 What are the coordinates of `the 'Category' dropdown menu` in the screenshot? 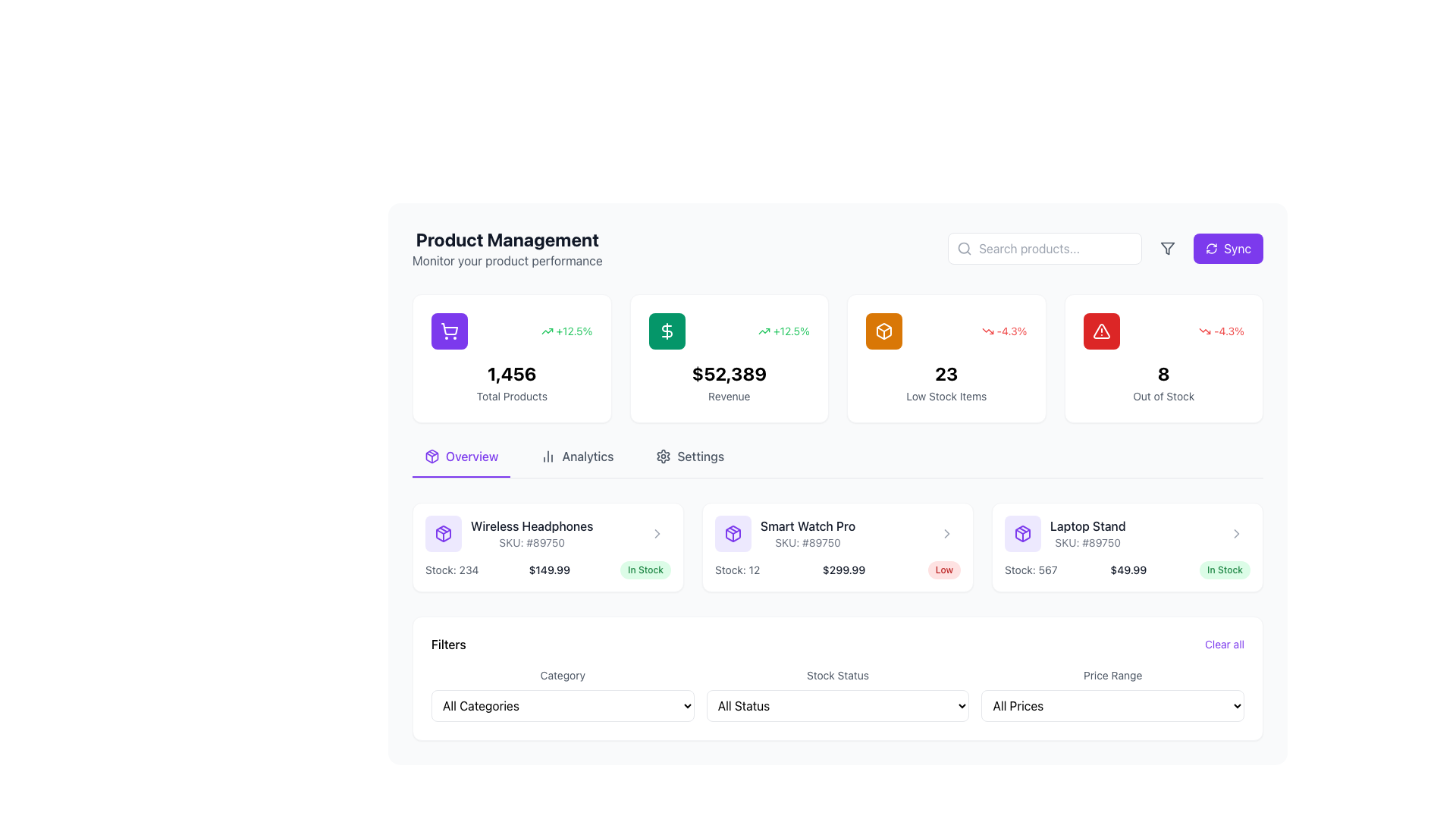 It's located at (562, 693).